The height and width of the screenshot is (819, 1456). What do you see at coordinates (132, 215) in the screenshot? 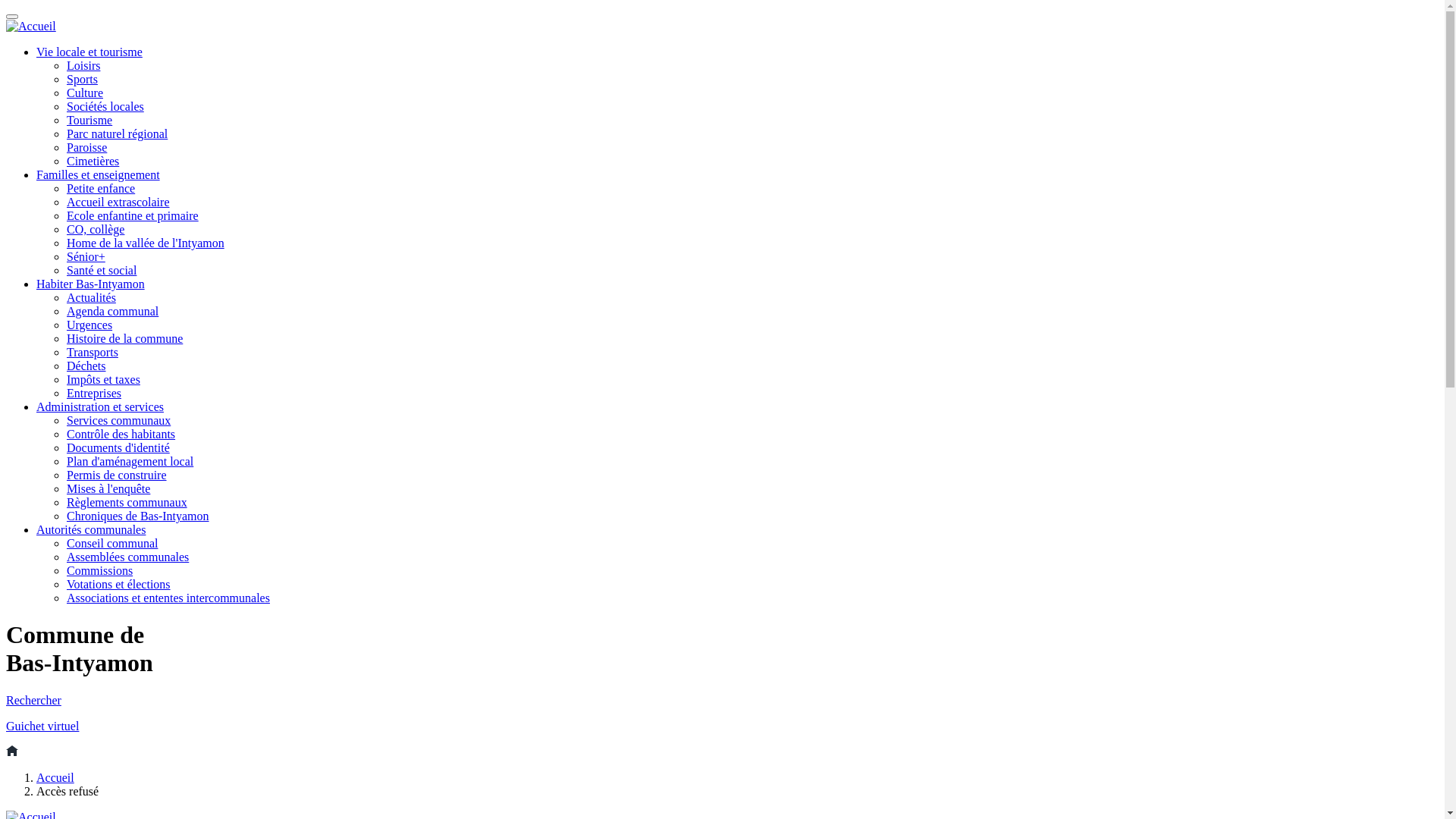
I see `'Ecole enfantine et primaire'` at bounding box center [132, 215].